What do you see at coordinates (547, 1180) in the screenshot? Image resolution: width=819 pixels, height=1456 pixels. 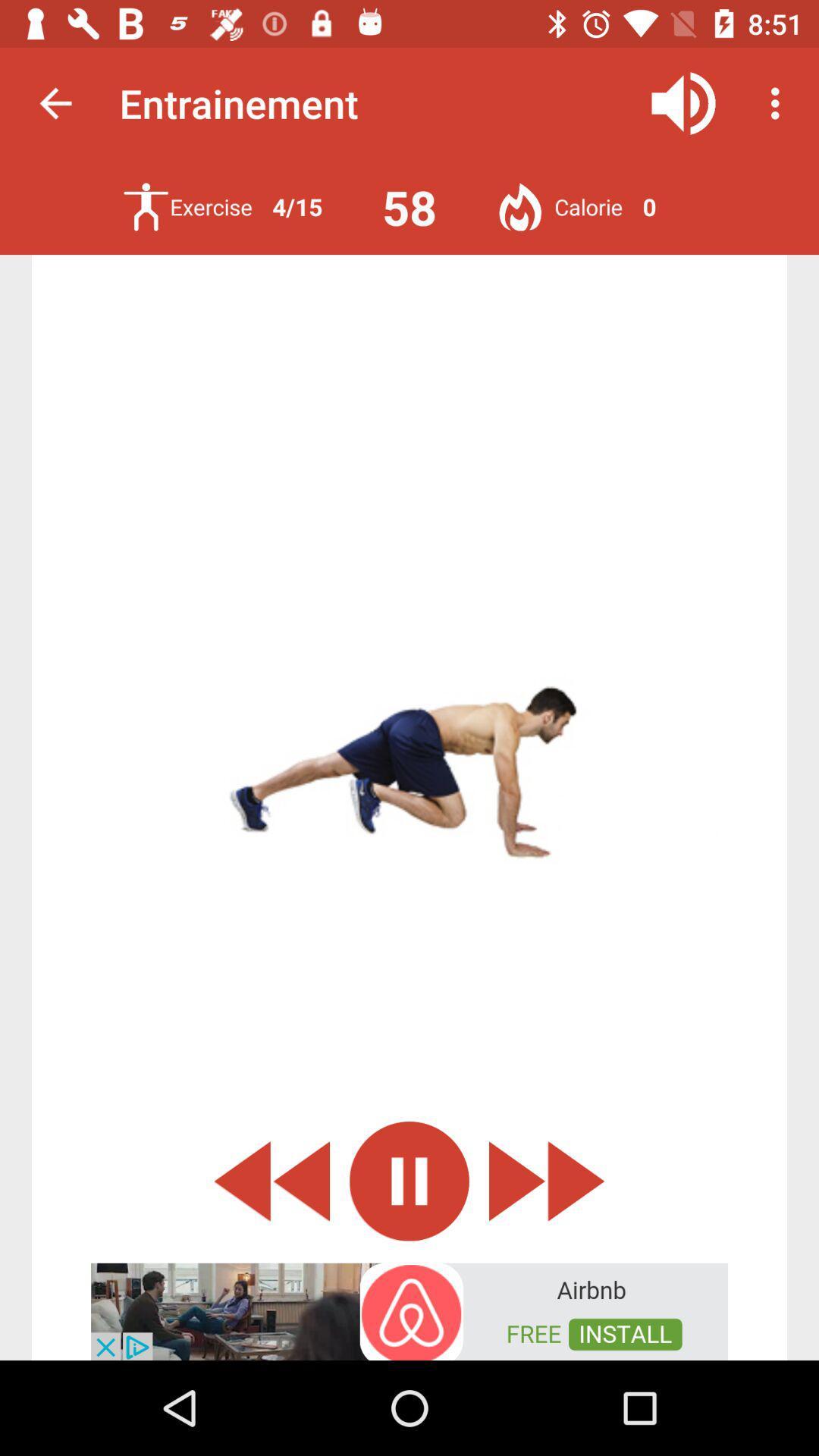 I see `skip ahead` at bounding box center [547, 1180].